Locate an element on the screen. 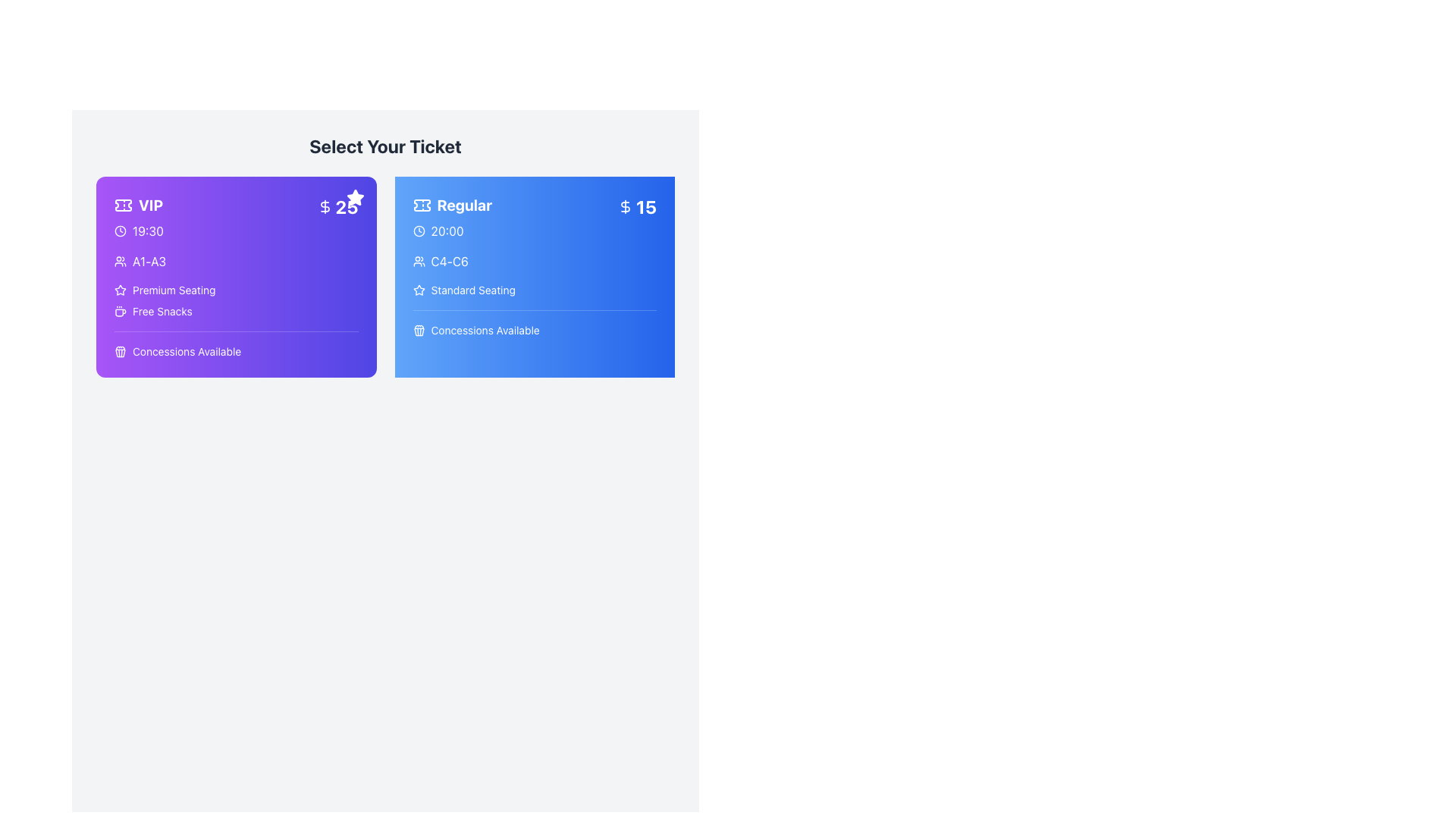 The image size is (1456, 819). the price label displaying '$25' in bold white text against a purple background, located in the top-right corner of the 'VIP' ticket card is located at coordinates (337, 207).